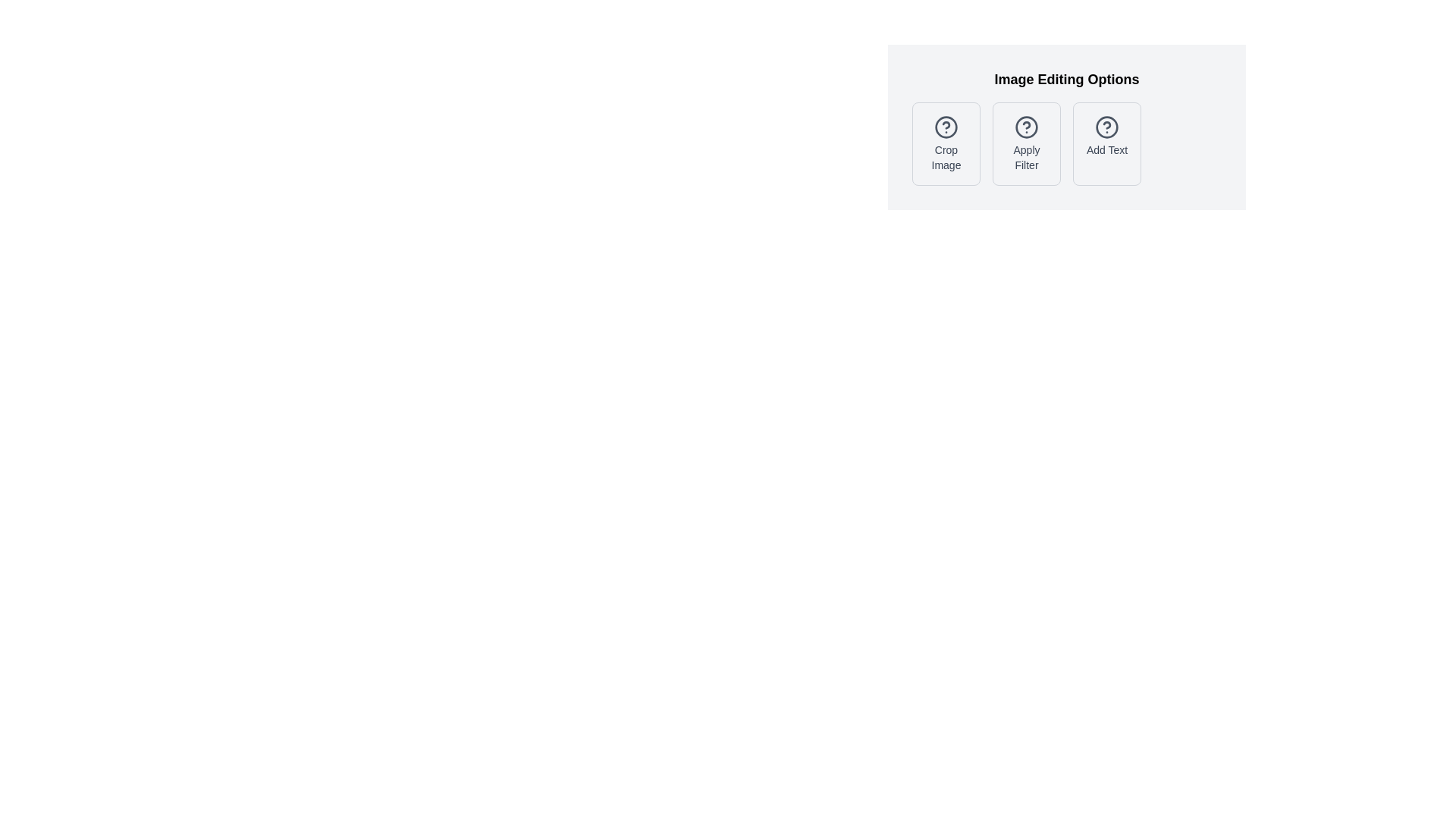  I want to click on the circular graphic element located within the 'Add Text' button in the 'Image Editing Options' section, so click(1106, 127).